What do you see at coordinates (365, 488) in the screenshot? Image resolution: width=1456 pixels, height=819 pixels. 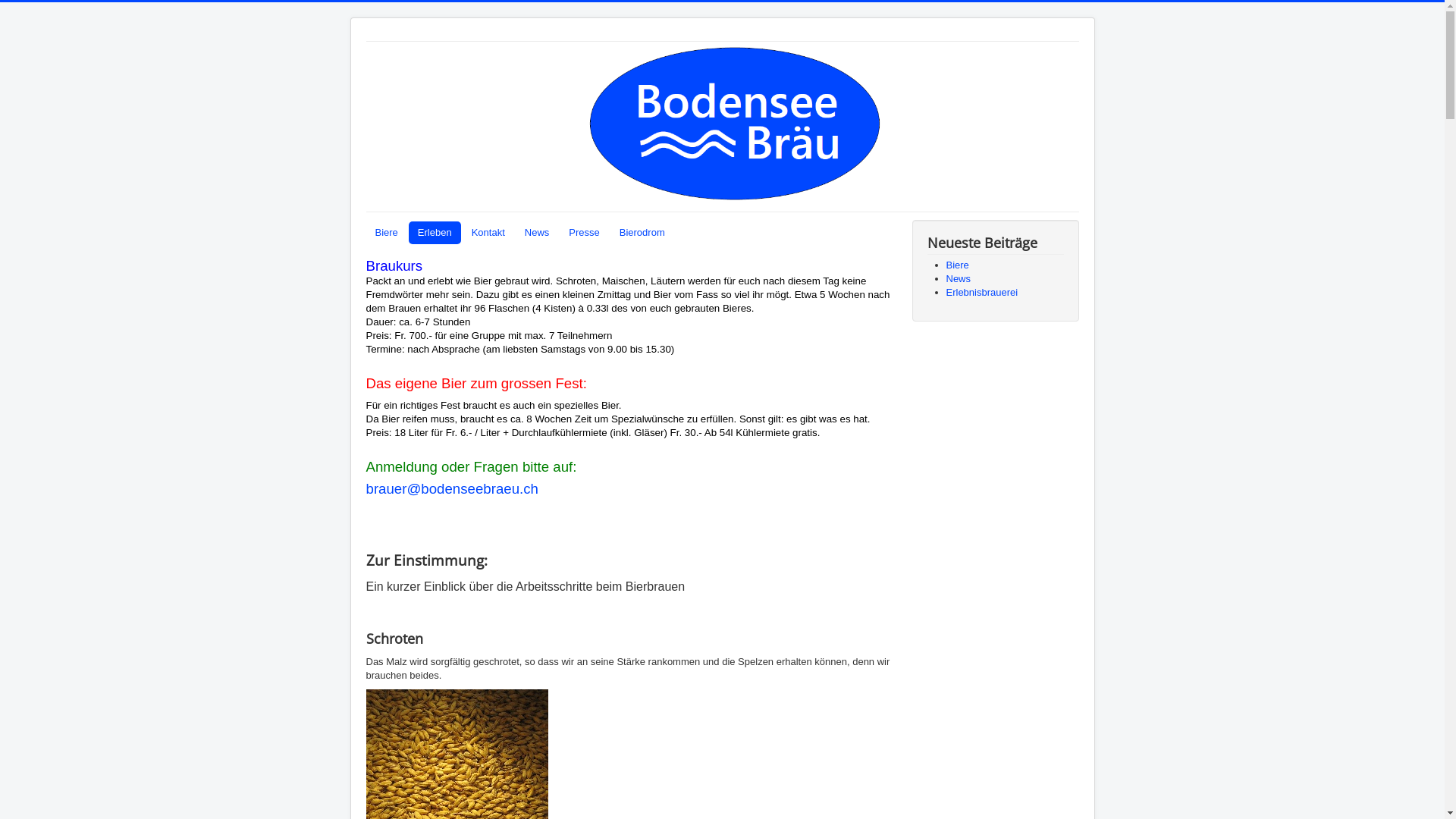 I see `'brauer@bodenseebraeu.ch'` at bounding box center [365, 488].